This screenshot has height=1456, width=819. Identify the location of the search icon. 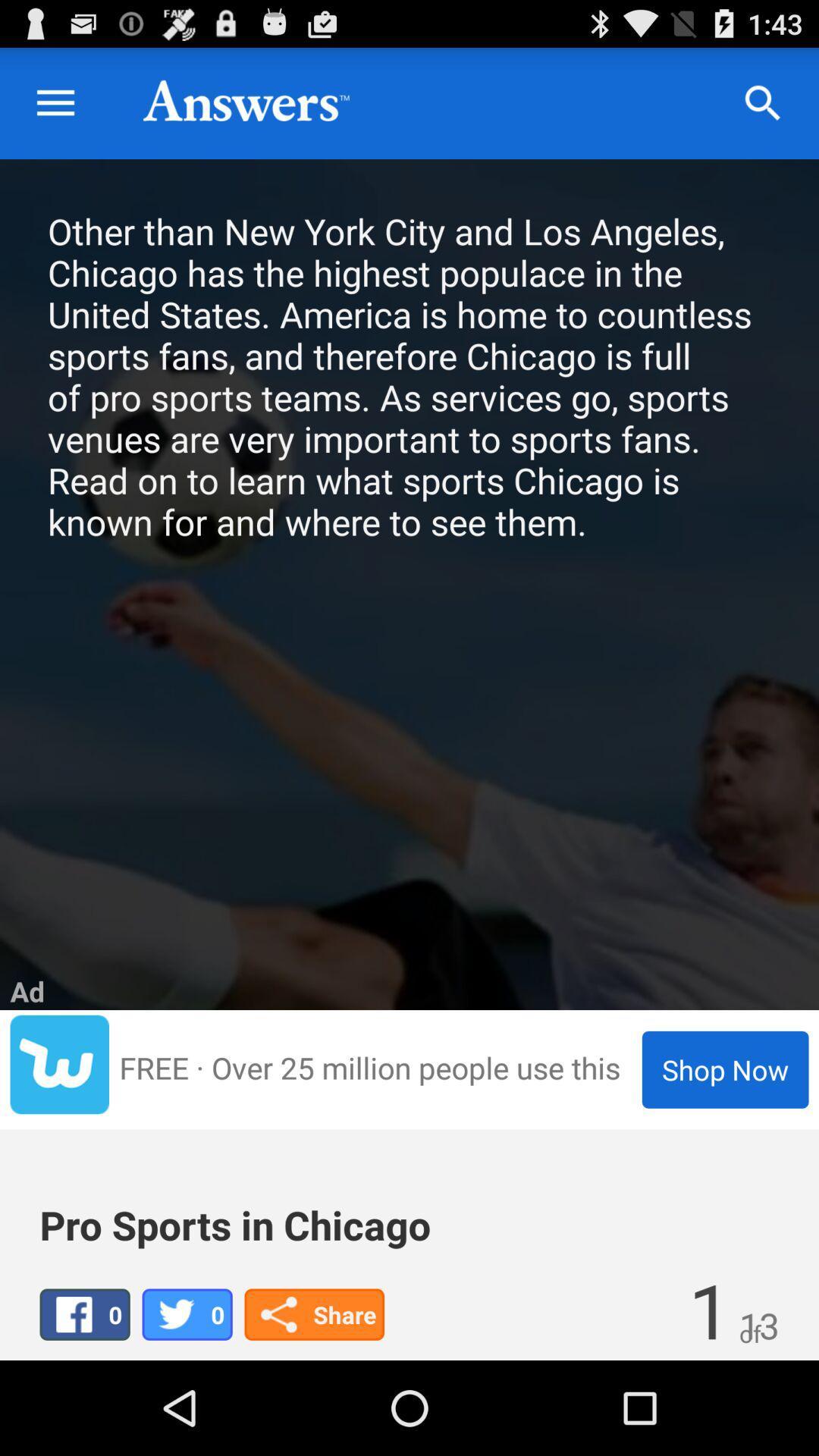
(763, 110).